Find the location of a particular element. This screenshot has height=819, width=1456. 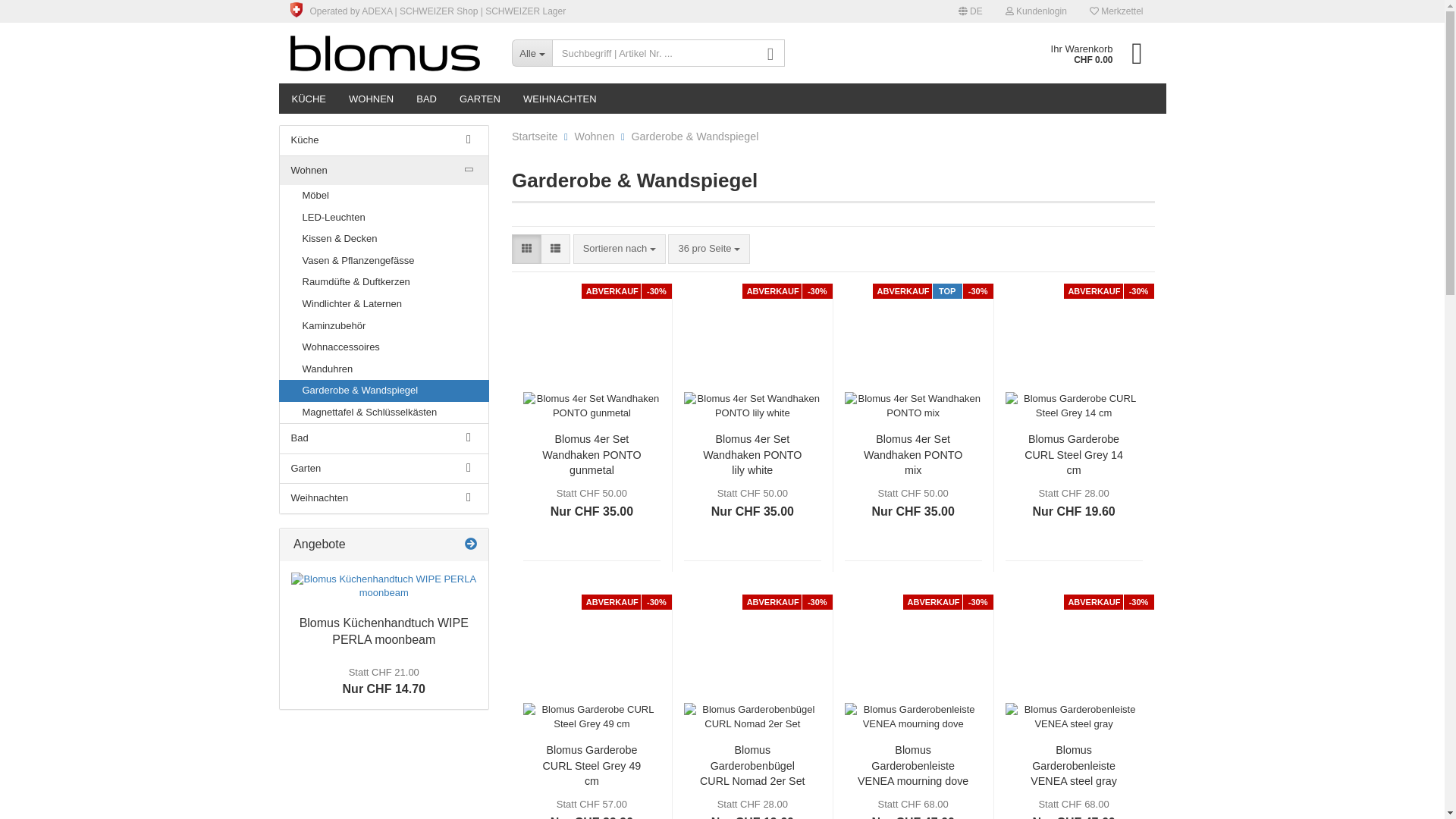

'Wanduhren' is located at coordinates (383, 369).